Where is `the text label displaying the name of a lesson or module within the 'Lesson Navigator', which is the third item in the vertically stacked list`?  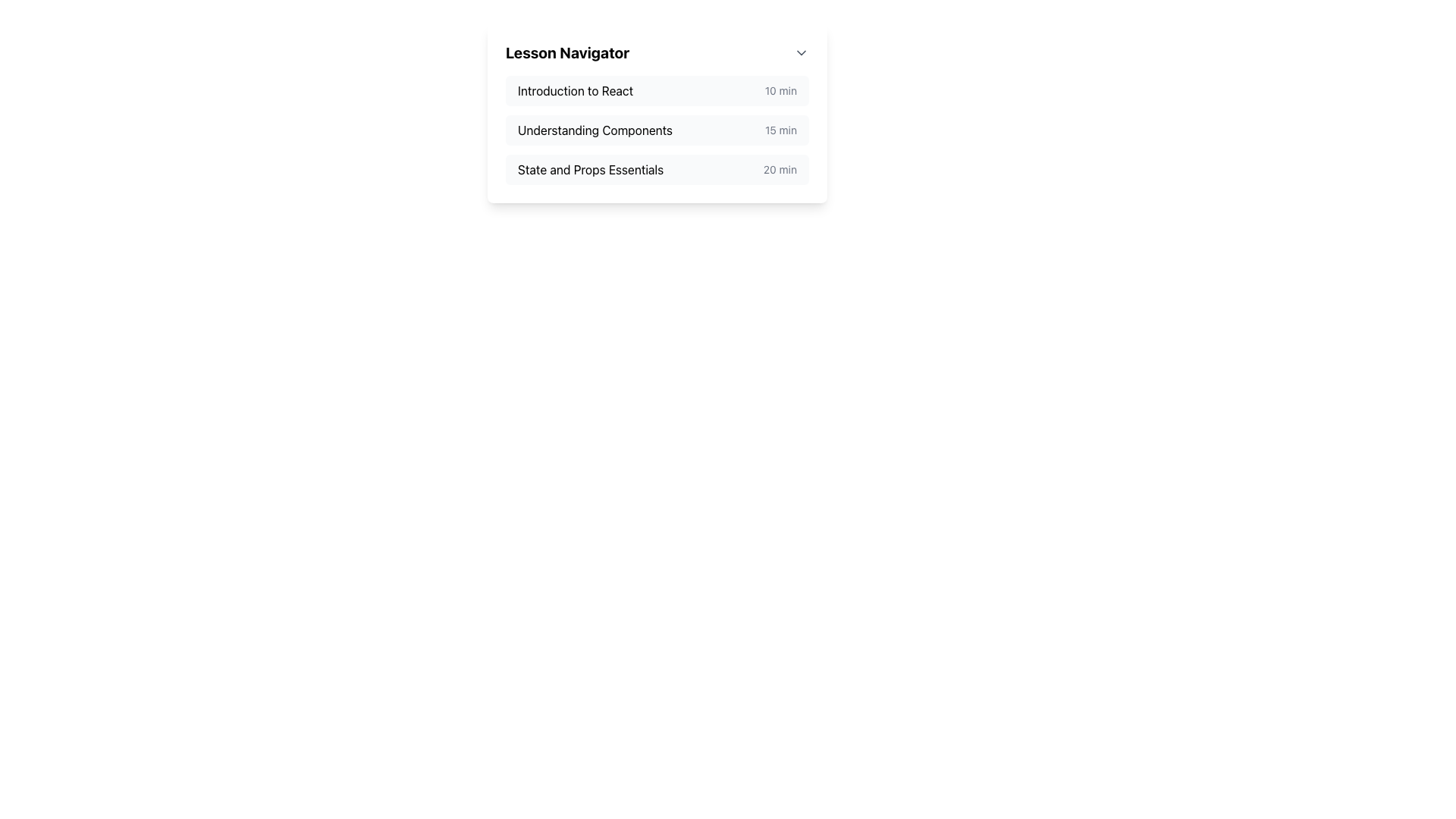 the text label displaying the name of a lesson or module within the 'Lesson Navigator', which is the third item in the vertically stacked list is located at coordinates (590, 169).